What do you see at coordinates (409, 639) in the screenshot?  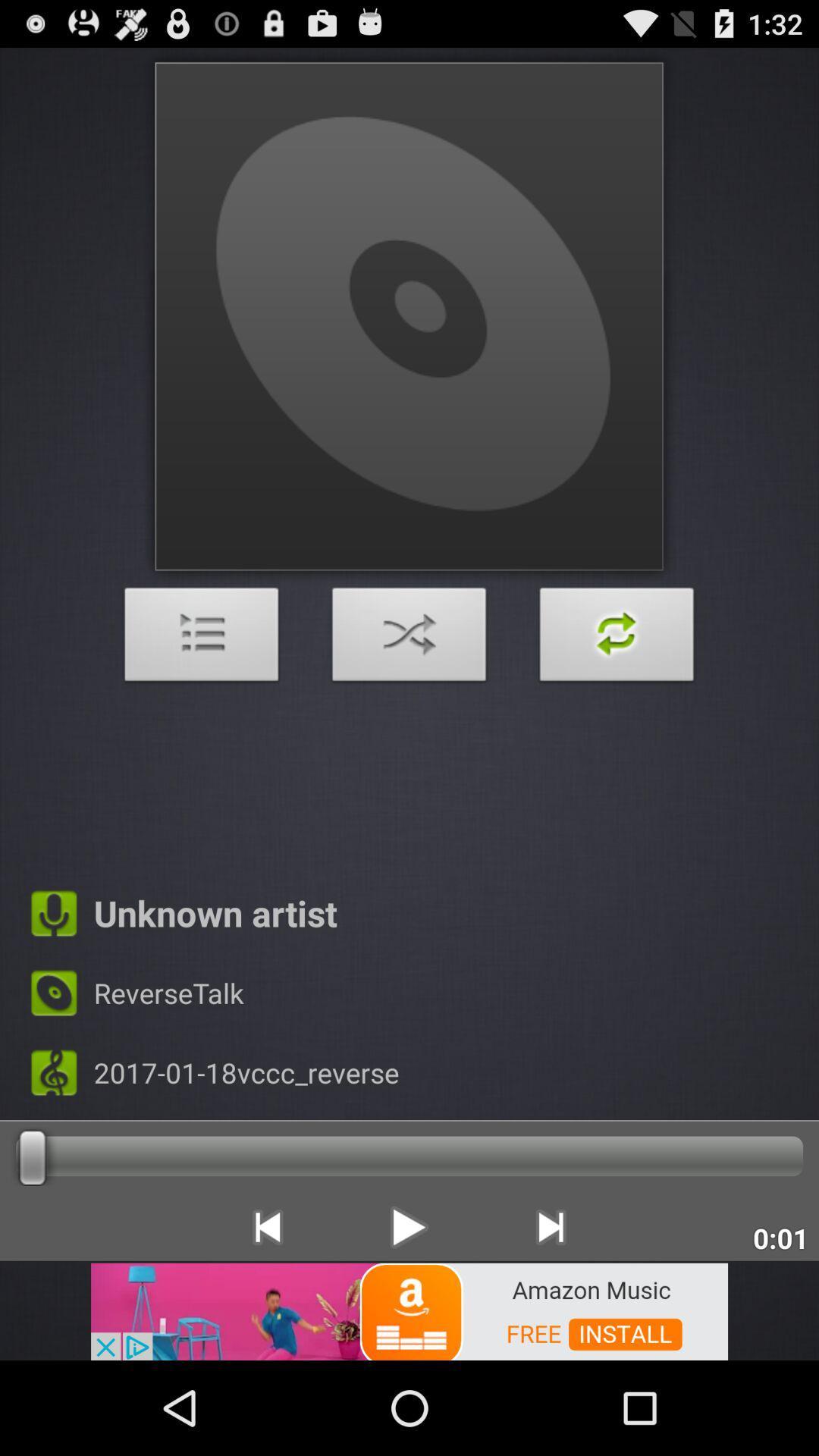 I see `shuffle the songs` at bounding box center [409, 639].